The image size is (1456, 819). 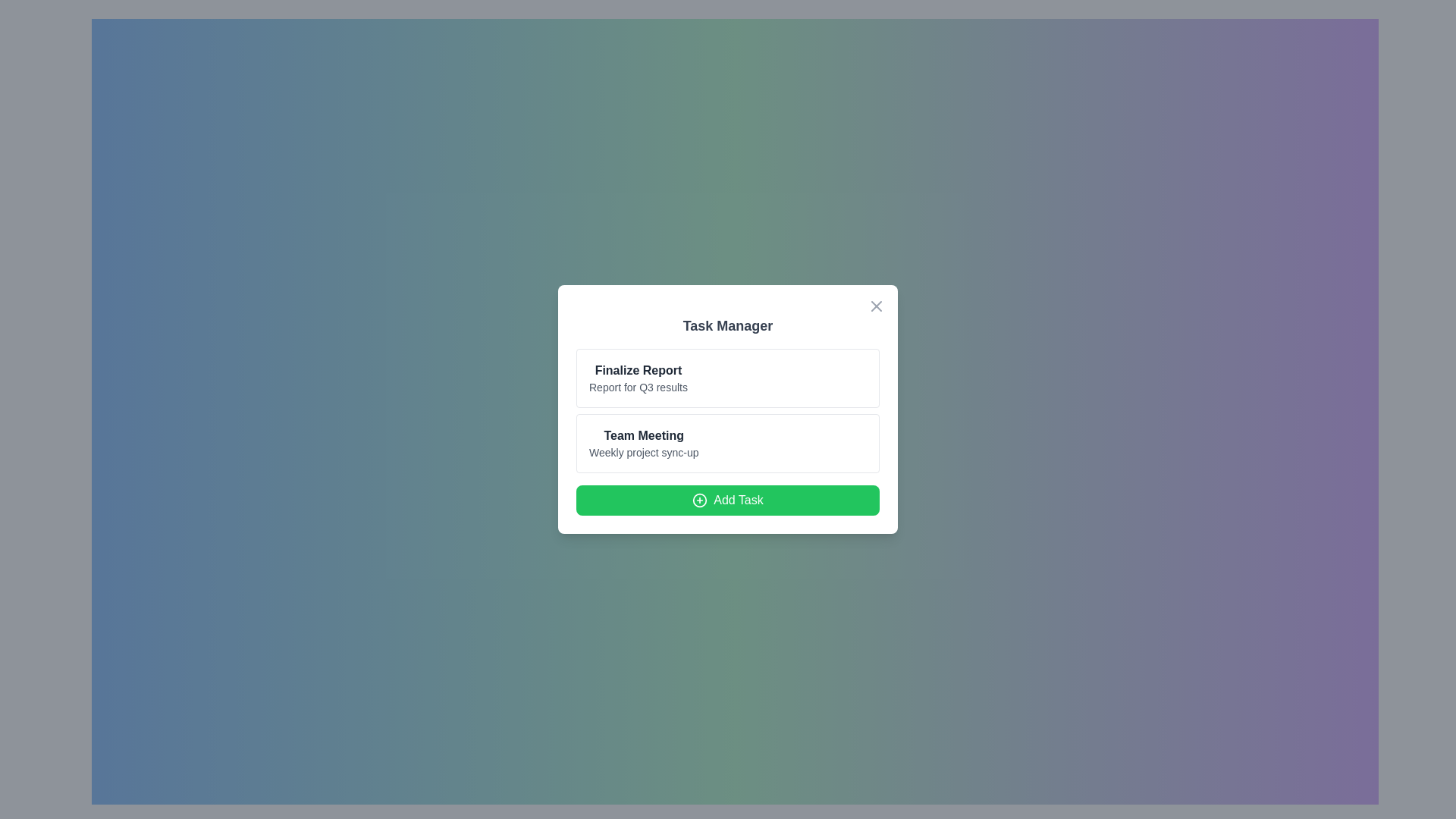 I want to click on the static text label that represents the title of a task entry in the 'Task Manager' modal, positioned centrally above the subtitle 'Weekly project sync-up', so click(x=644, y=435).